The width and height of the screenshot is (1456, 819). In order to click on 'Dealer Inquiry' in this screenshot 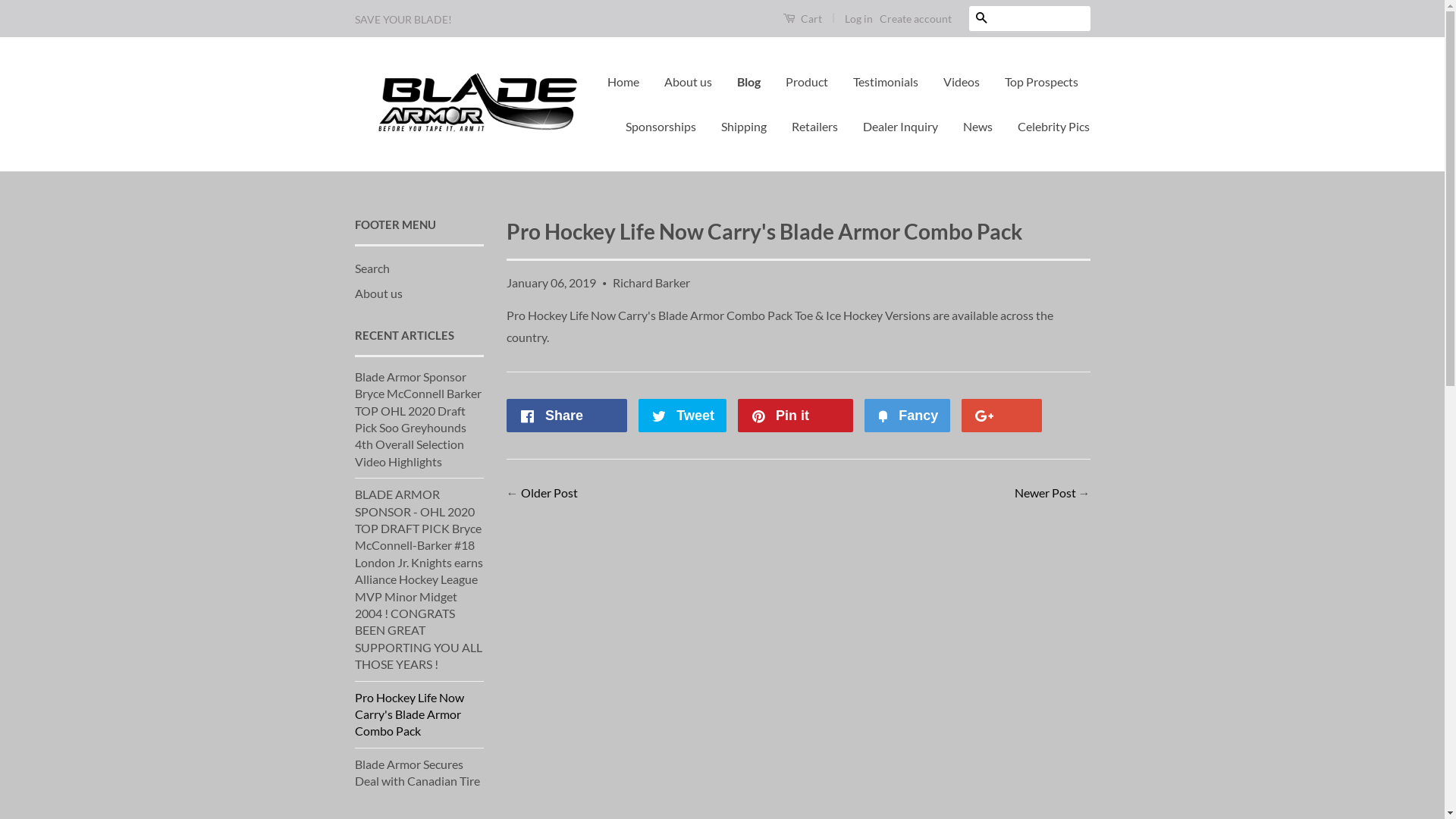, I will do `click(900, 126)`.